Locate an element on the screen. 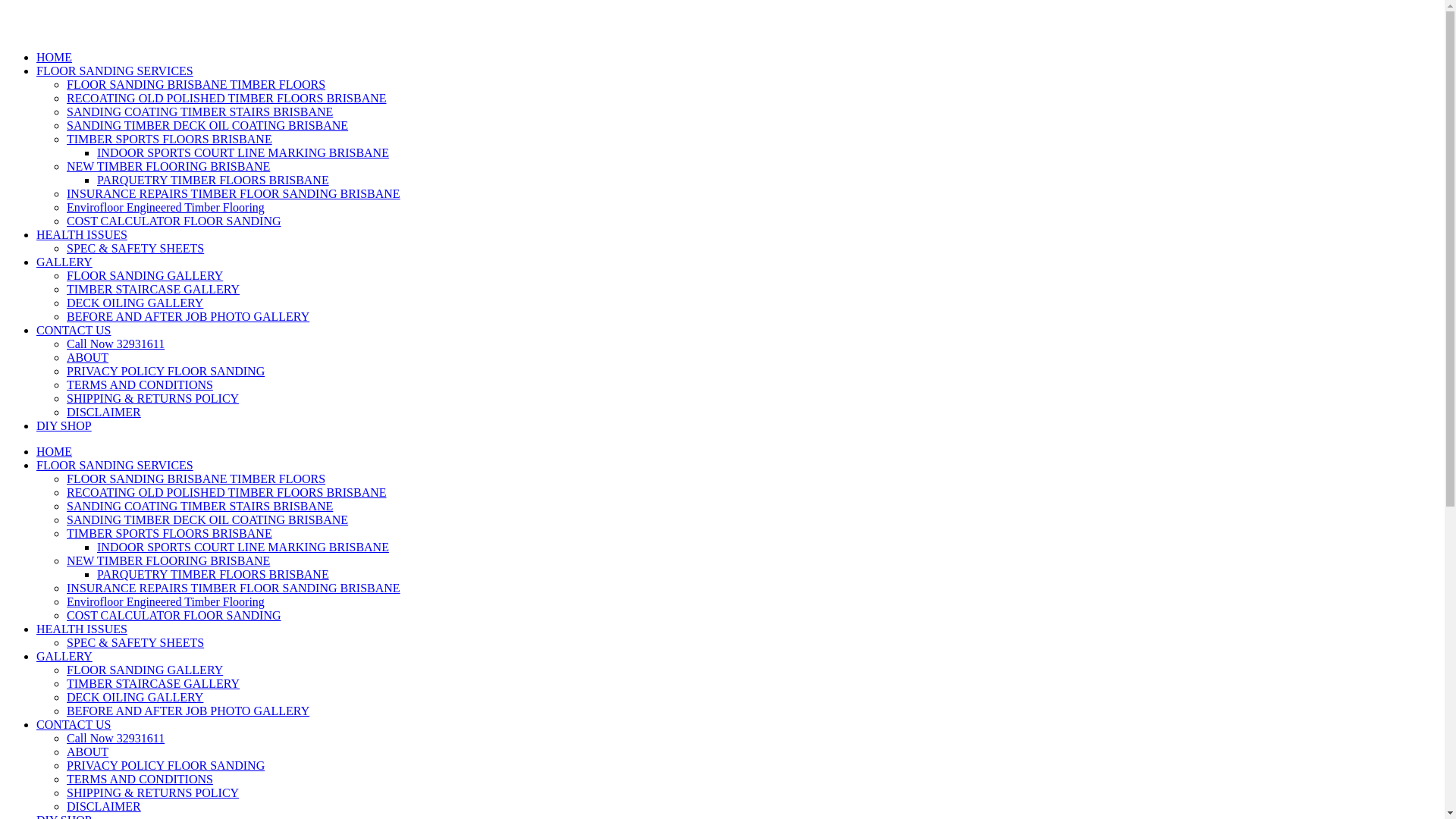 Image resolution: width=1456 pixels, height=819 pixels. 'NEW TIMBER FLOORING BRISBANE' is located at coordinates (168, 166).